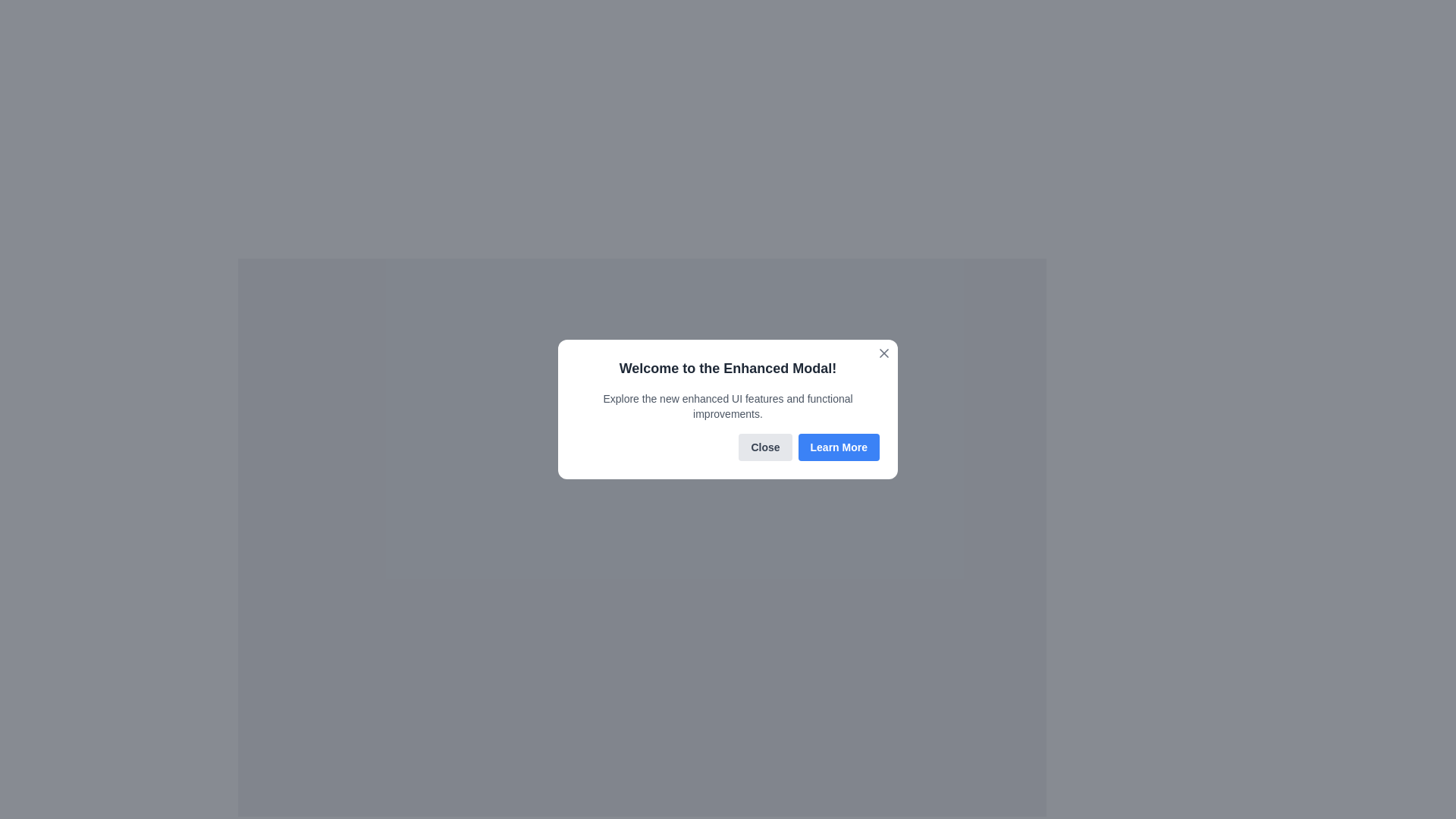 The height and width of the screenshot is (819, 1456). Describe the element at coordinates (765, 447) in the screenshot. I see `the close button in the modal footer to observe the hover effect` at that location.